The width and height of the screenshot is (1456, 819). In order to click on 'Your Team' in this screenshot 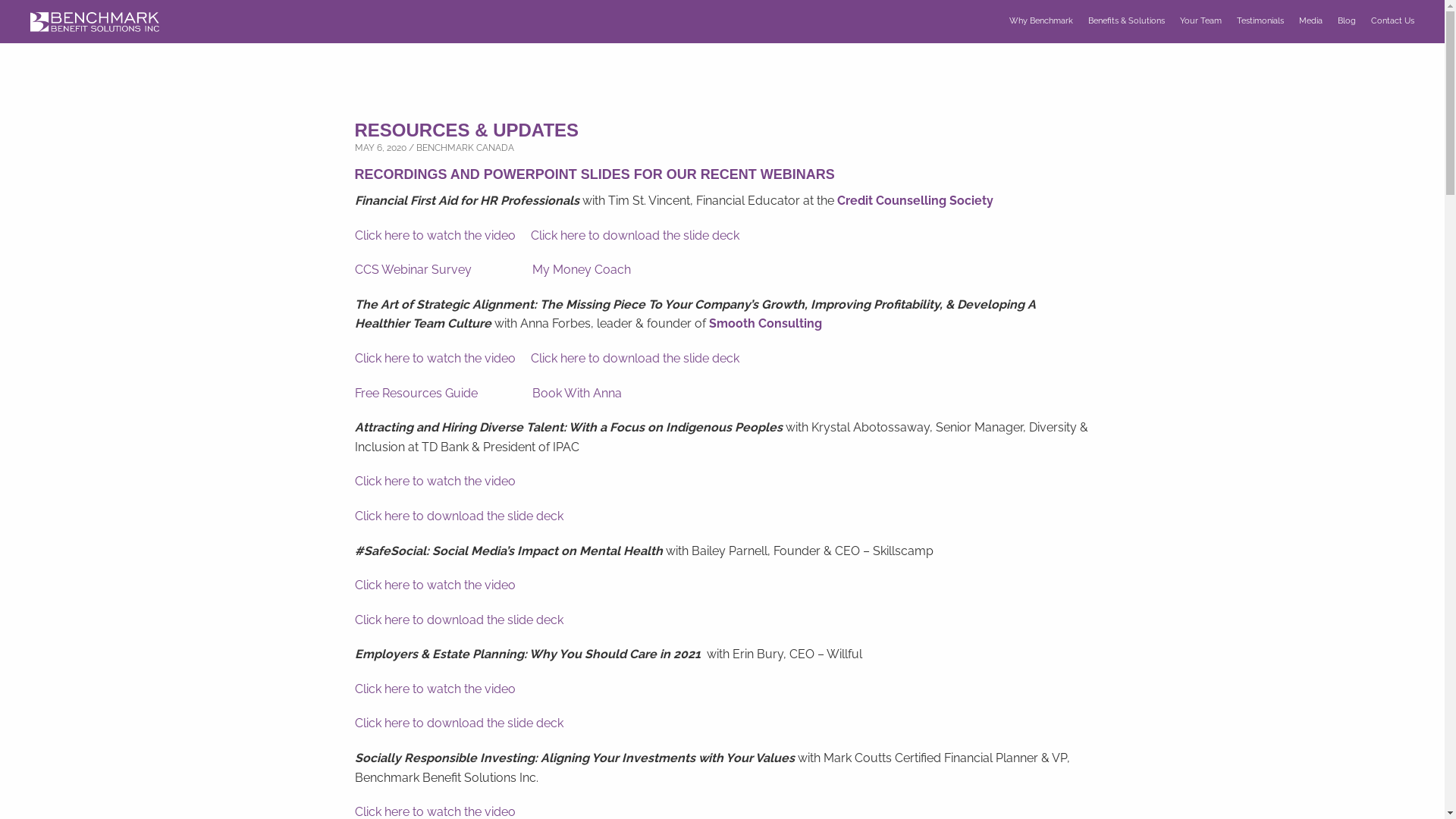, I will do `click(1200, 20)`.